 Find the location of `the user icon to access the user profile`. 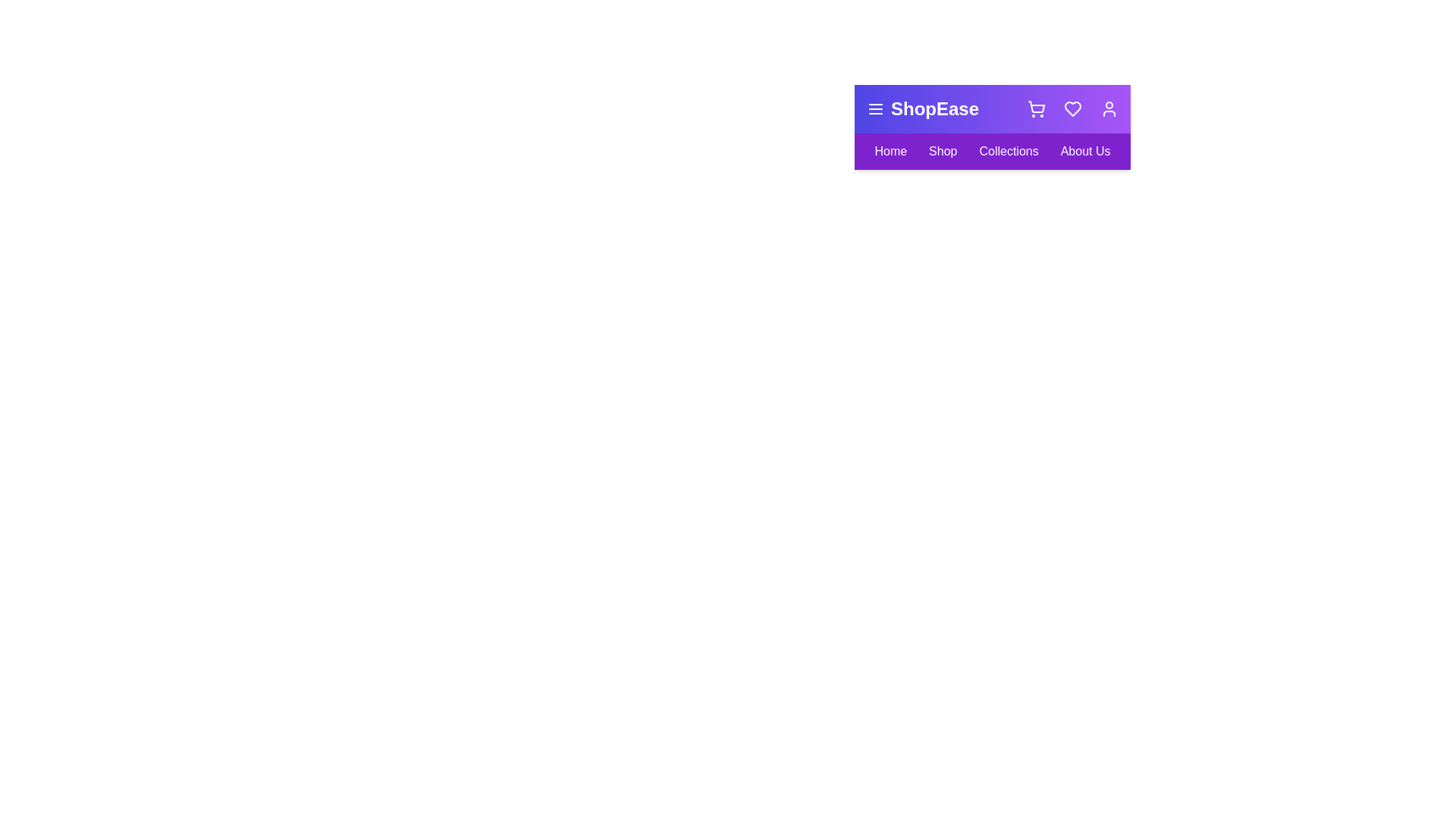

the user icon to access the user profile is located at coordinates (1109, 108).